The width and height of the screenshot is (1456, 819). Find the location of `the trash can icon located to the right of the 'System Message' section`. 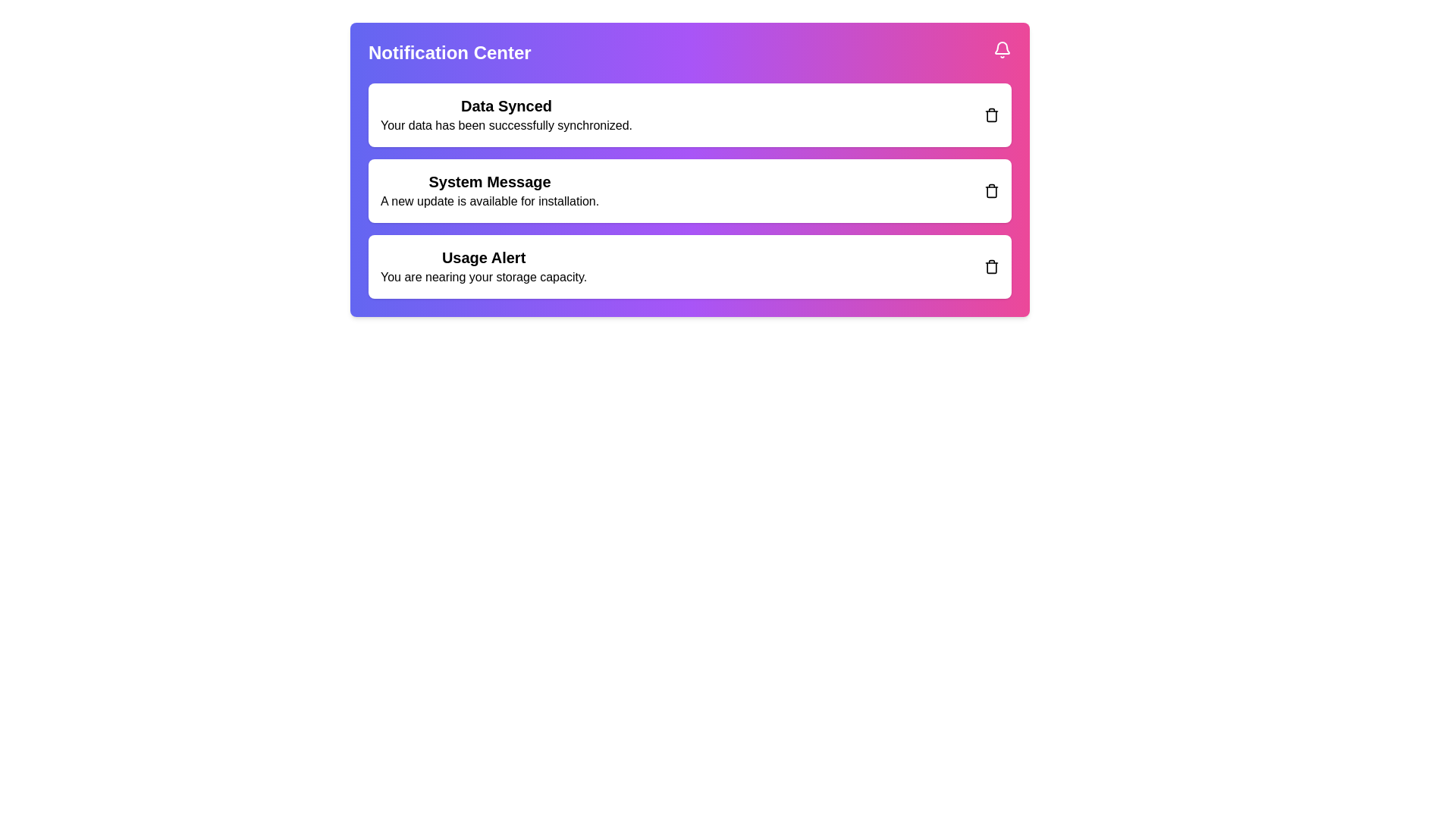

the trash can icon located to the right of the 'System Message' section is located at coordinates (992, 191).